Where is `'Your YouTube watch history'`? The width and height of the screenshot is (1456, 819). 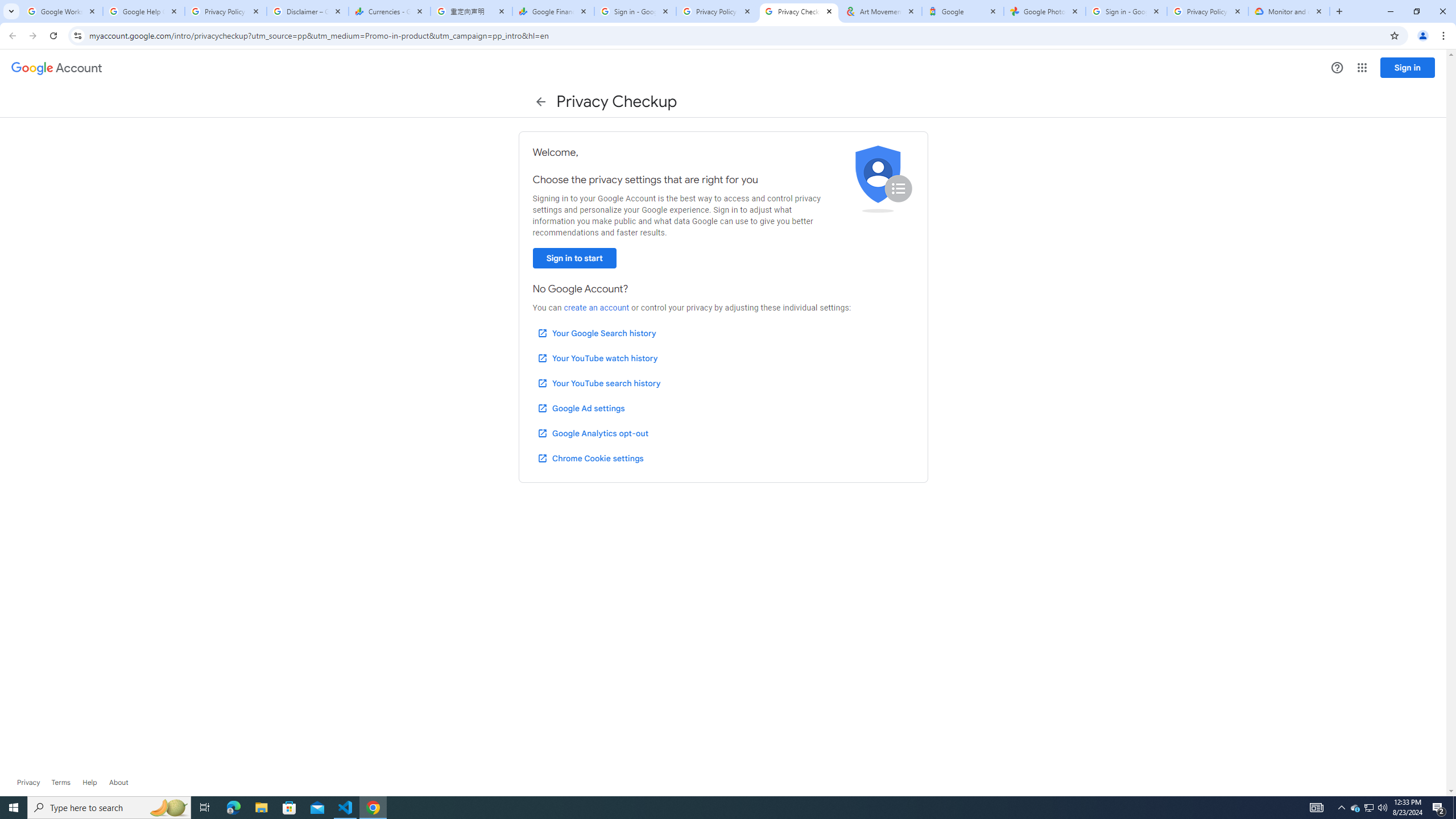 'Your YouTube watch history' is located at coordinates (597, 358).